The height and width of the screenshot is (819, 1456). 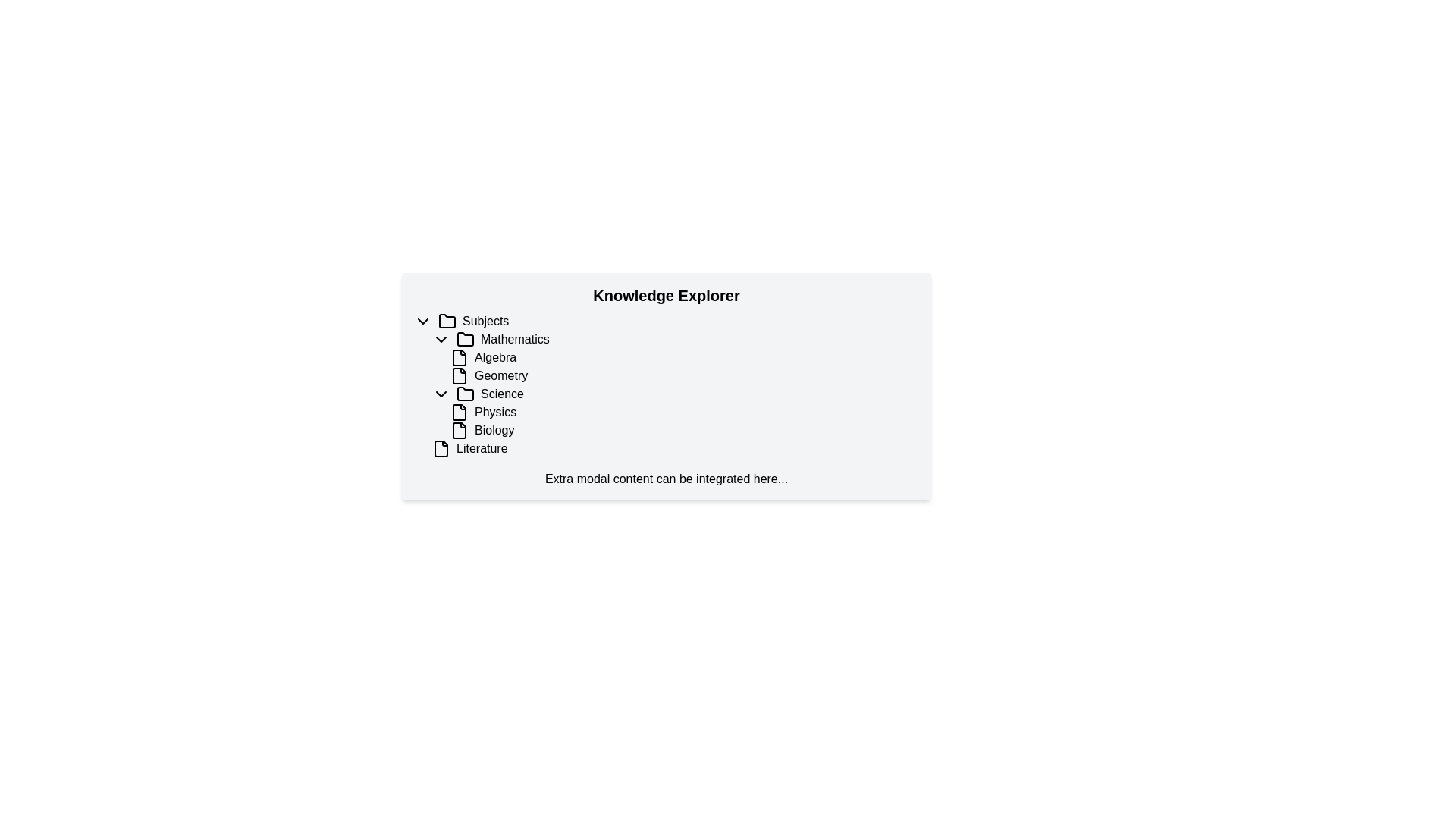 I want to click on the document icon representing the 'Biology' category in the 'Knowledge Explorer' folder tree, which features a rectangular shape with a folded corner at the top-right, so click(x=458, y=430).